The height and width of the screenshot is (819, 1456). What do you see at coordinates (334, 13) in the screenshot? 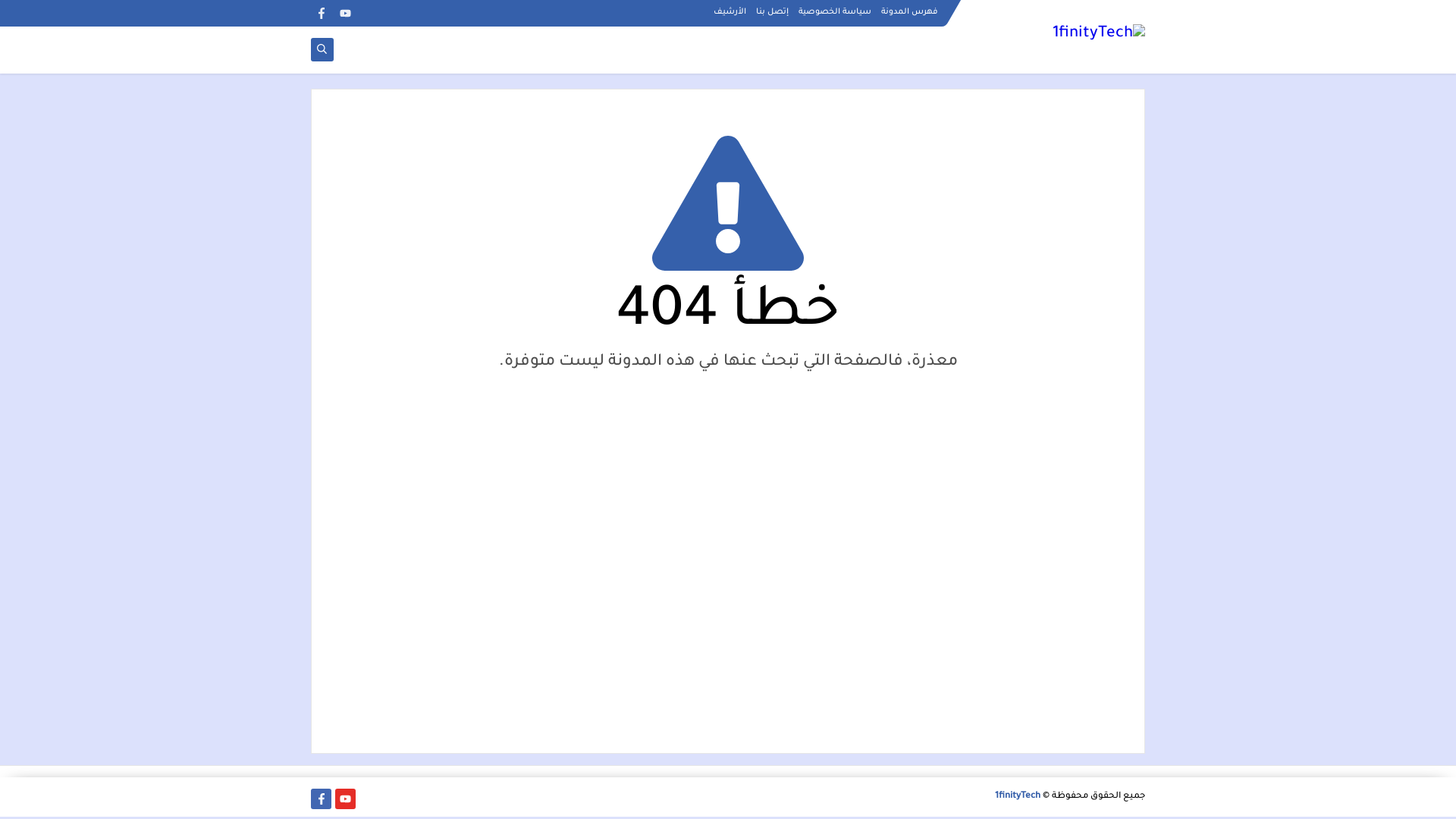
I see `'youtube'` at bounding box center [334, 13].